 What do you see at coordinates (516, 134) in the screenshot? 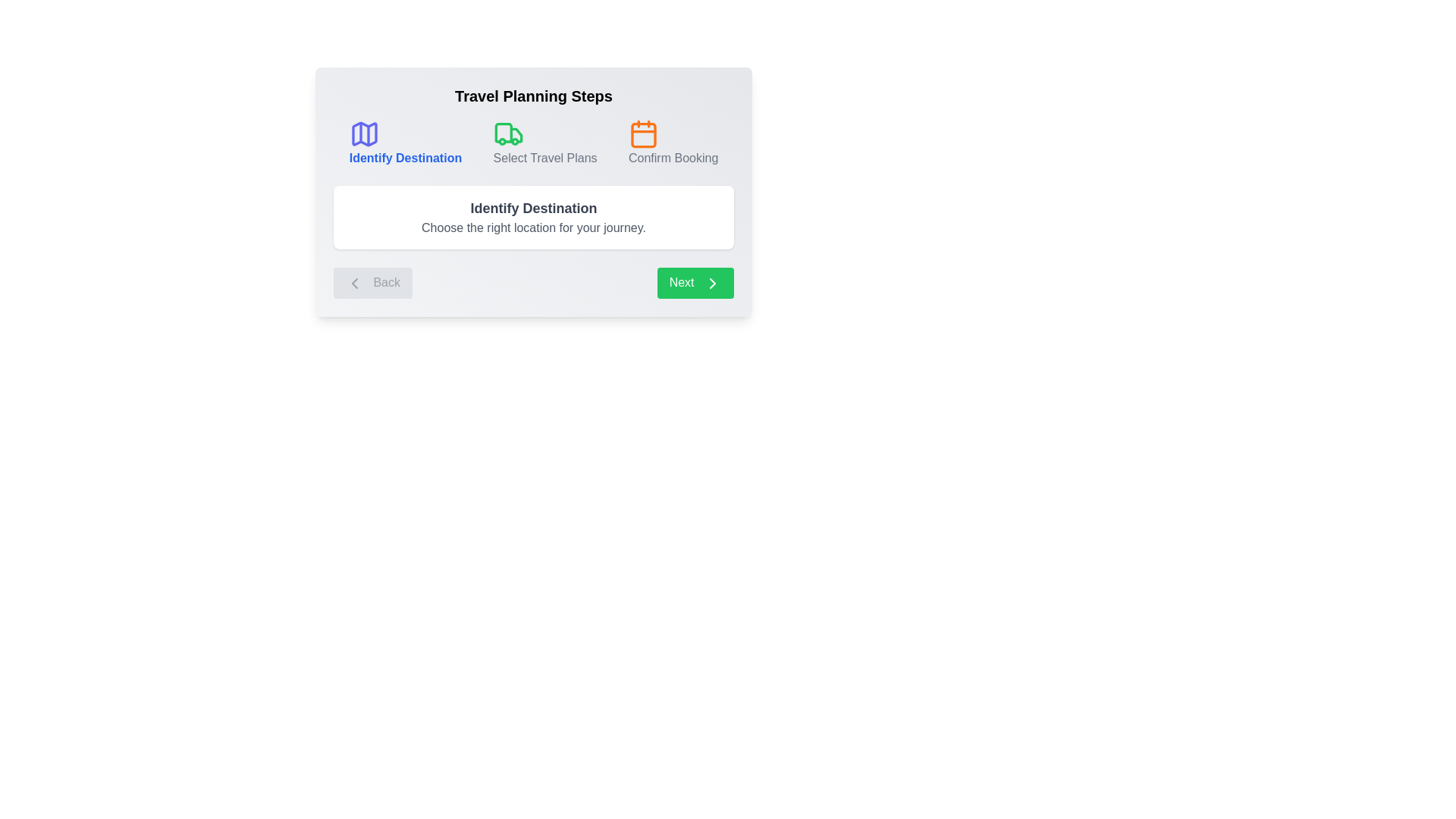
I see `the green line segment of the truck-like shape in the 'Select Travel Plans' step, which is the second icon in the top section of the step indicator bar` at bounding box center [516, 134].